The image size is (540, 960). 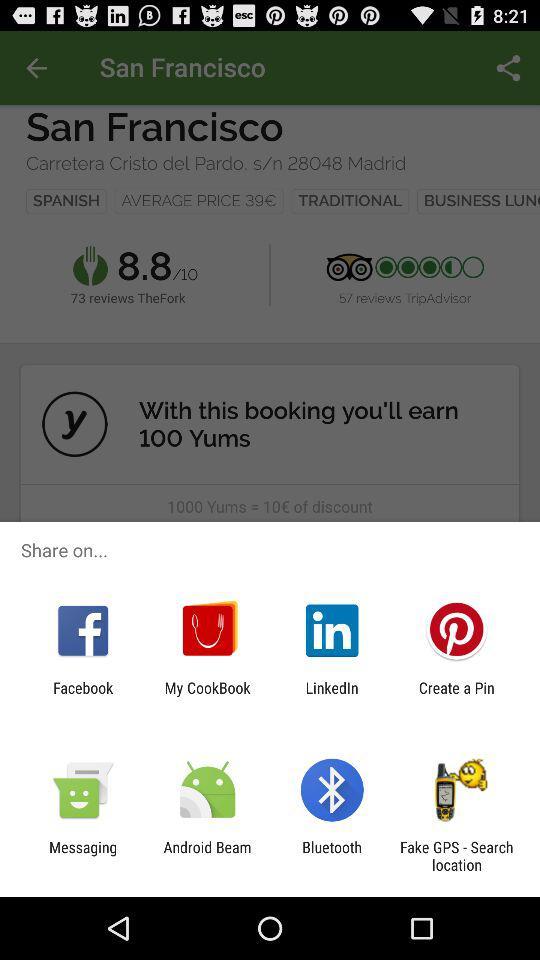 What do you see at coordinates (82, 855) in the screenshot?
I see `item to the left of android beam` at bounding box center [82, 855].